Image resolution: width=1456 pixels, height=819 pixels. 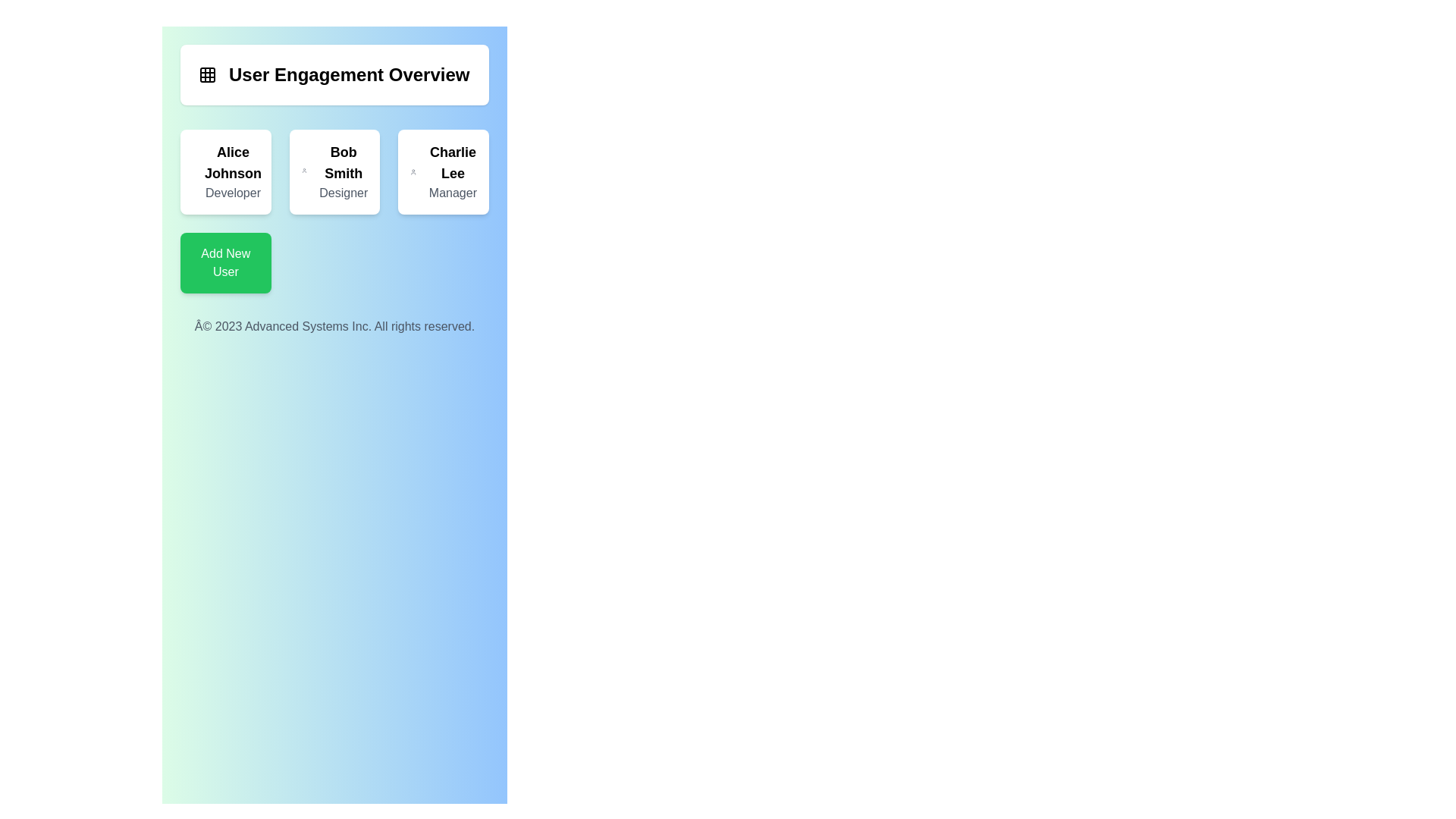 What do you see at coordinates (452, 171) in the screenshot?
I see `the text label displaying the name 'Charlie Lee' and the title 'Manager', which is part of a user profile card located in the third position from the left in a row of profile cards` at bounding box center [452, 171].